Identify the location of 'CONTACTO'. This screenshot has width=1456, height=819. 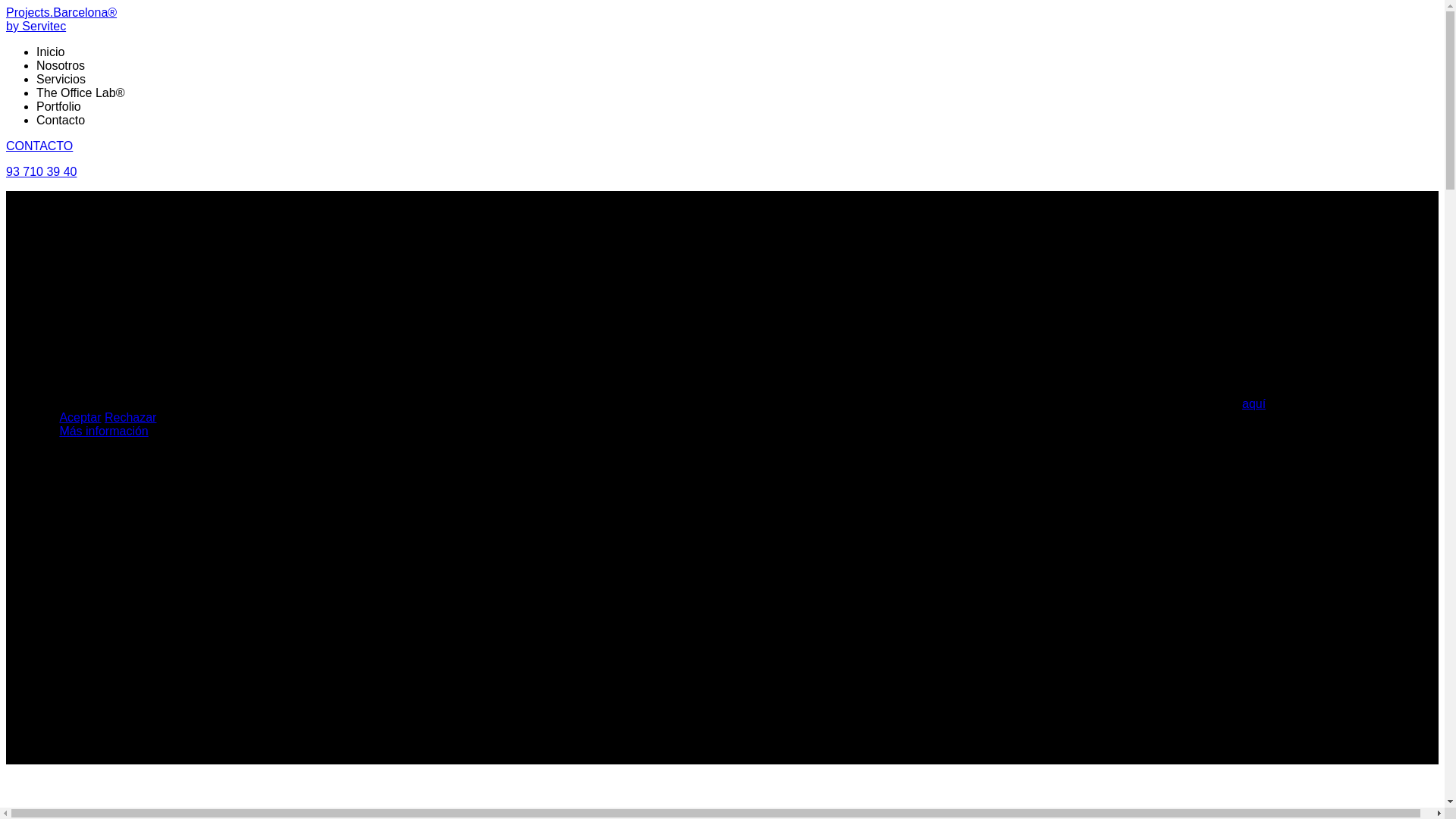
(6, 146).